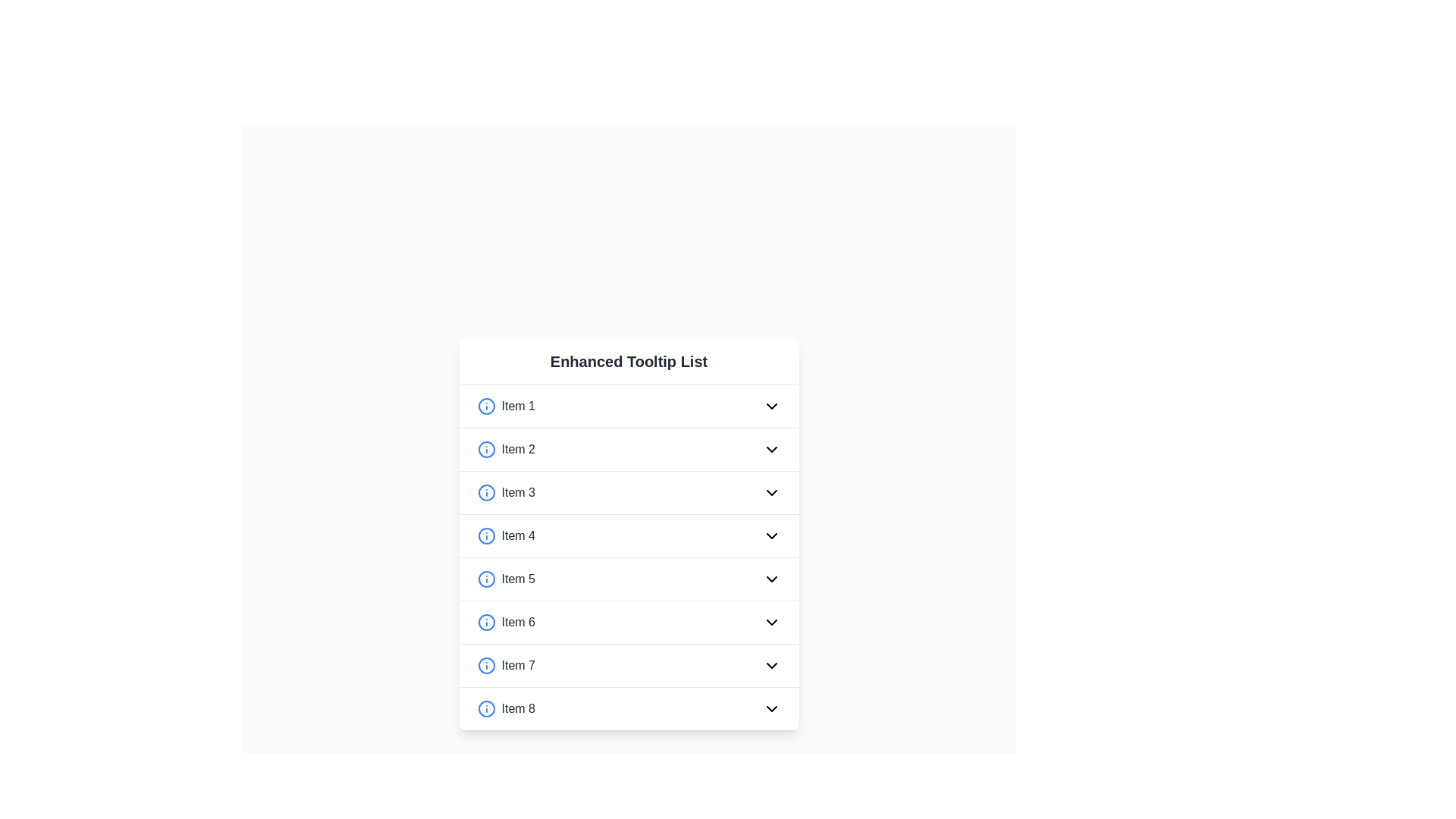 Image resolution: width=1456 pixels, height=819 pixels. What do you see at coordinates (518, 449) in the screenshot?
I see `the static text label displaying 'Item 2' in a bolded, gray font, located in the second row of the 'Enhanced Tooltip List', which is flanked by a blue info icon on the left and an expand arrow on the right` at bounding box center [518, 449].